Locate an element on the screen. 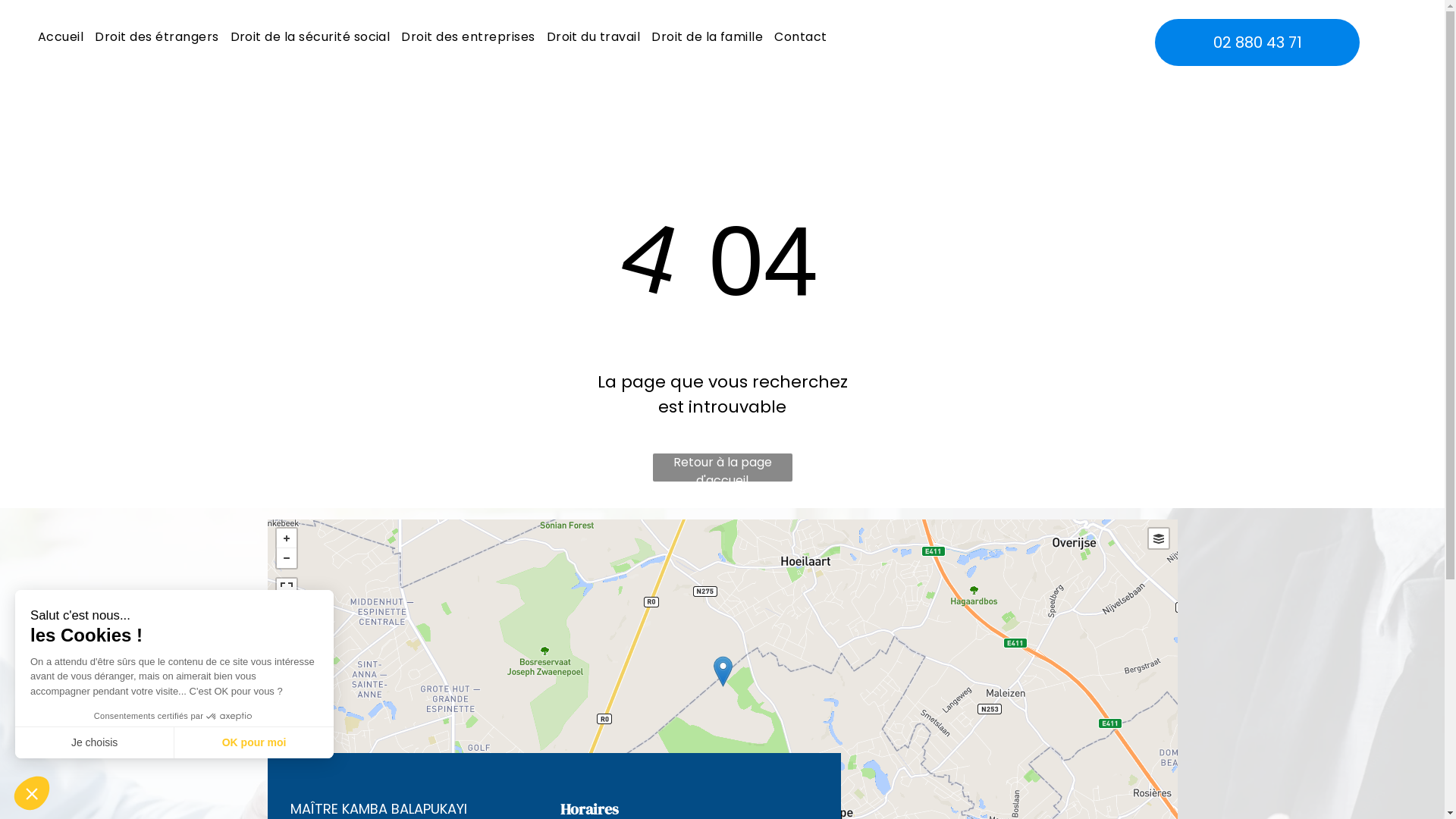 Image resolution: width=1456 pixels, height=819 pixels. 'Droit de la famille' is located at coordinates (704, 36).